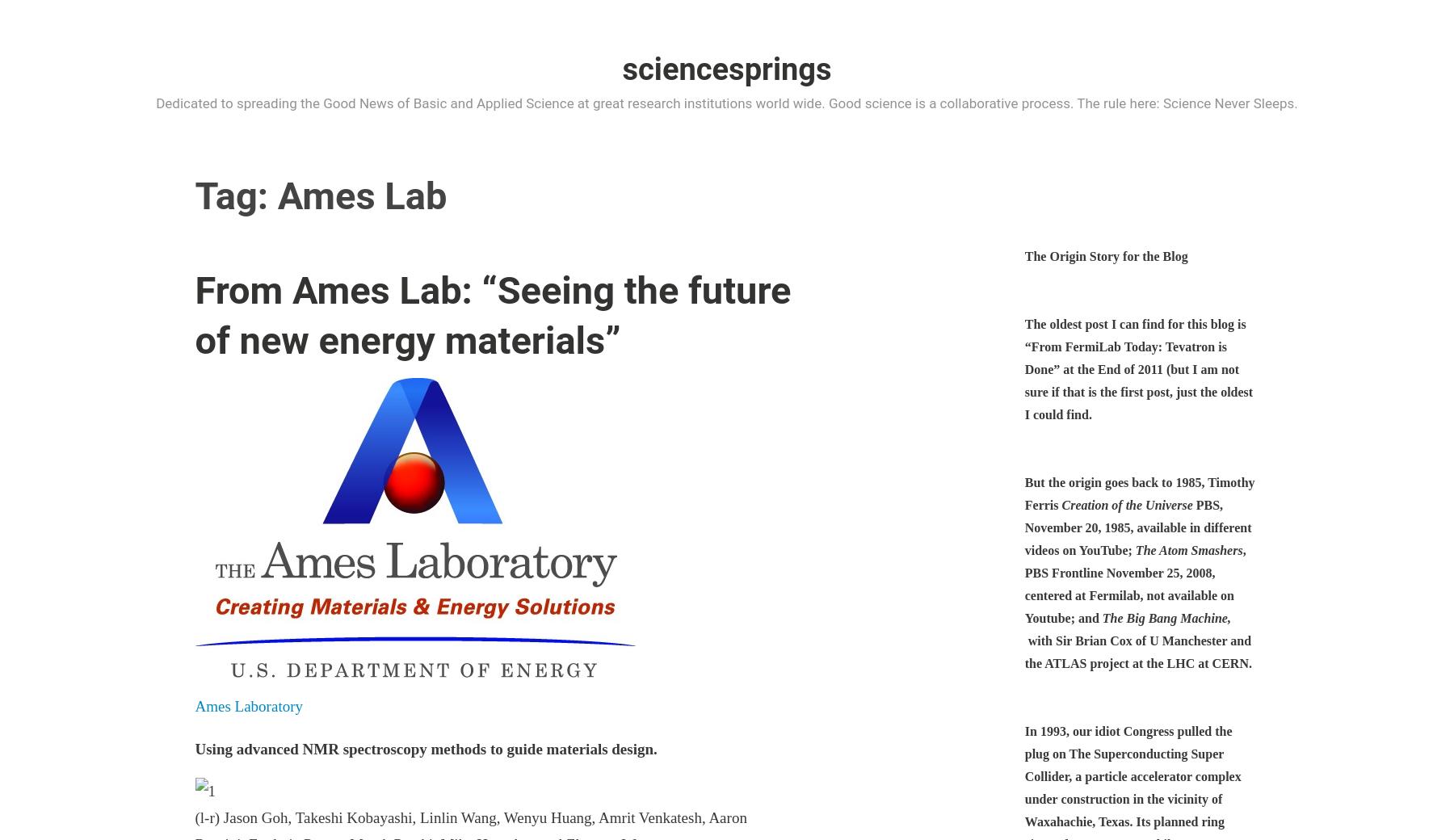 The height and width of the screenshot is (840, 1454). Describe the element at coordinates (234, 195) in the screenshot. I see `'Tag:'` at that location.